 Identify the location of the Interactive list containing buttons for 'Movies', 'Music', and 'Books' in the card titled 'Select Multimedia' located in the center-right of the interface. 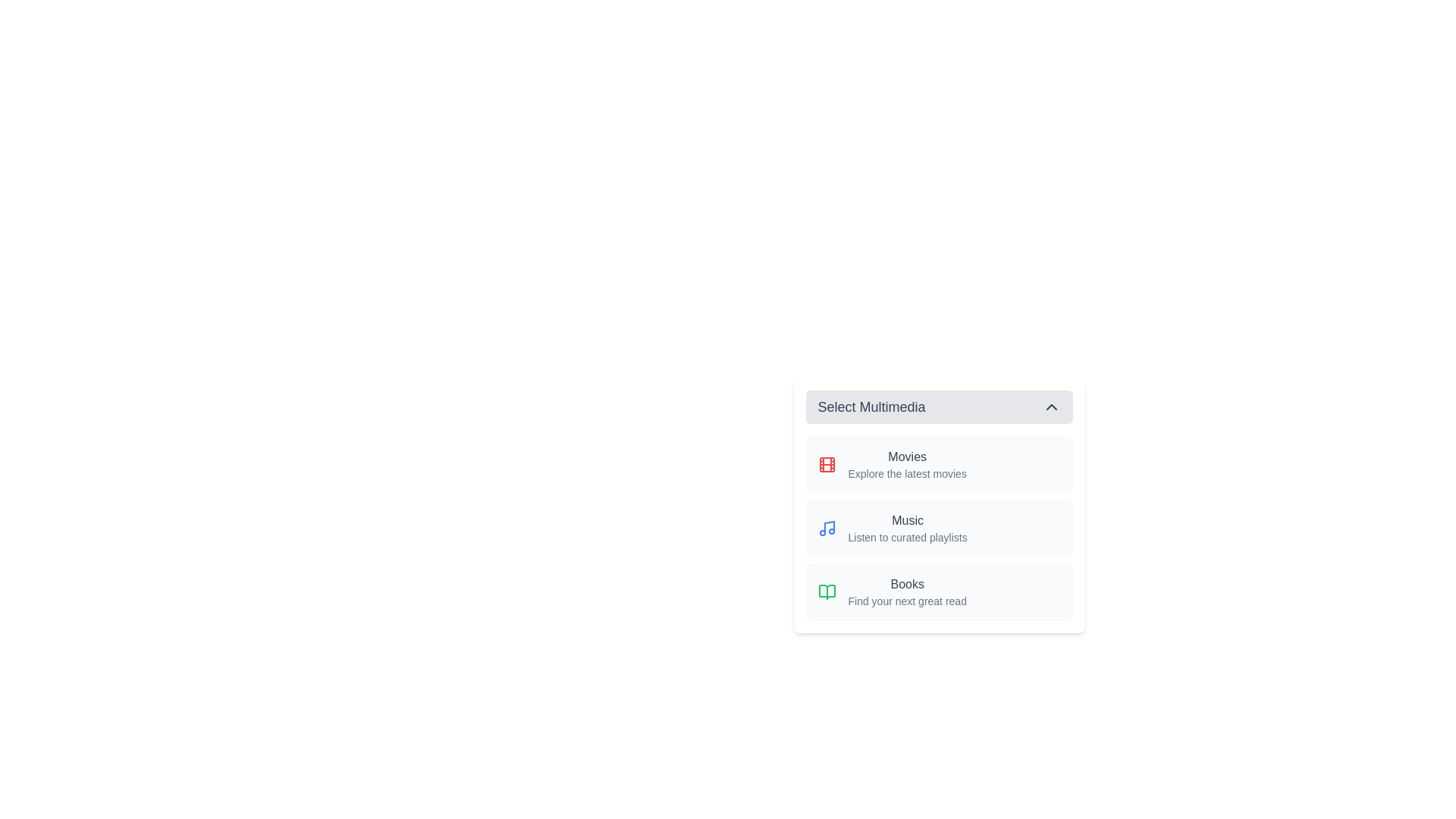
(938, 528).